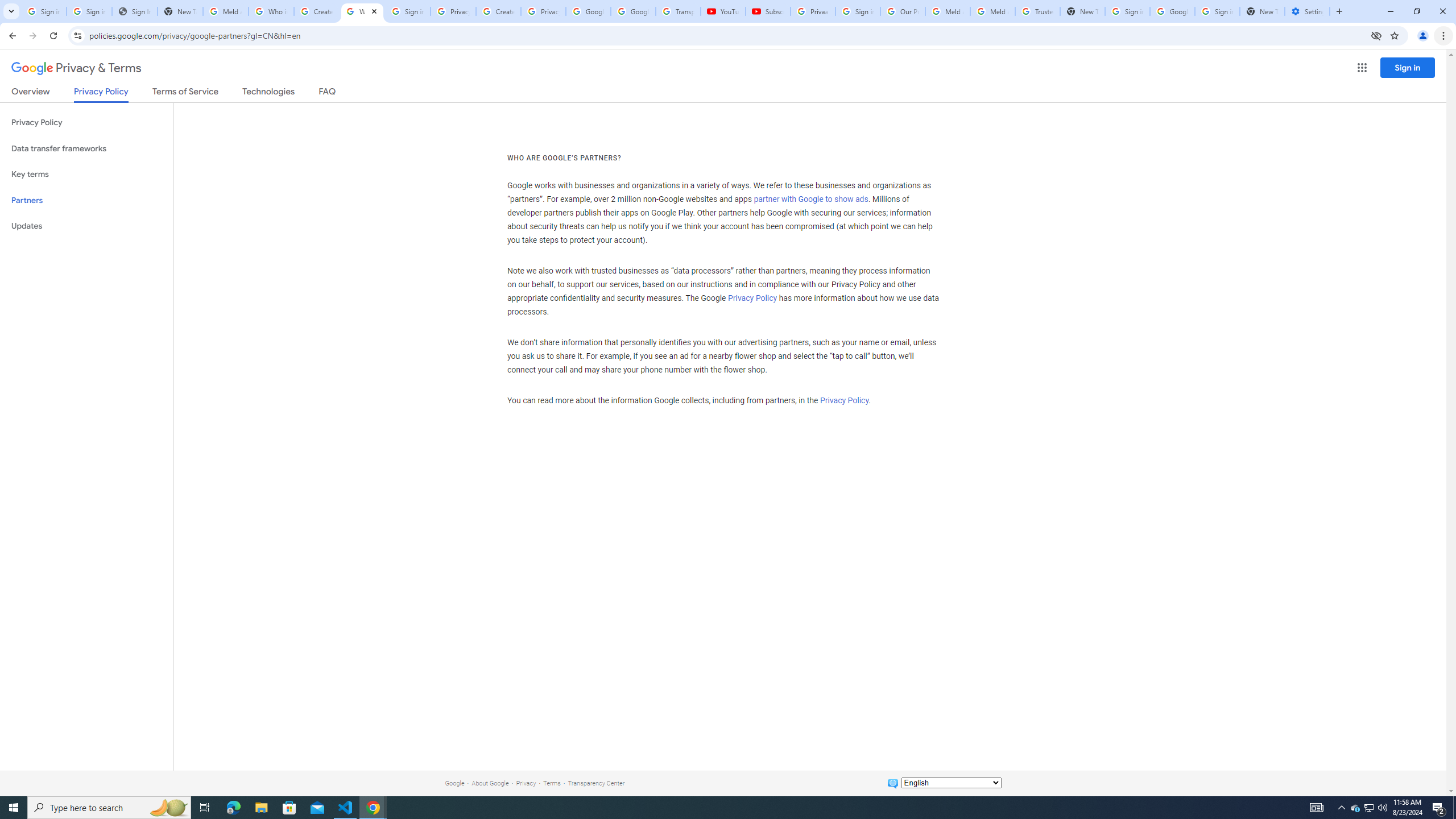 The width and height of the screenshot is (1456, 819). I want to click on 'About Google', so click(490, 783).